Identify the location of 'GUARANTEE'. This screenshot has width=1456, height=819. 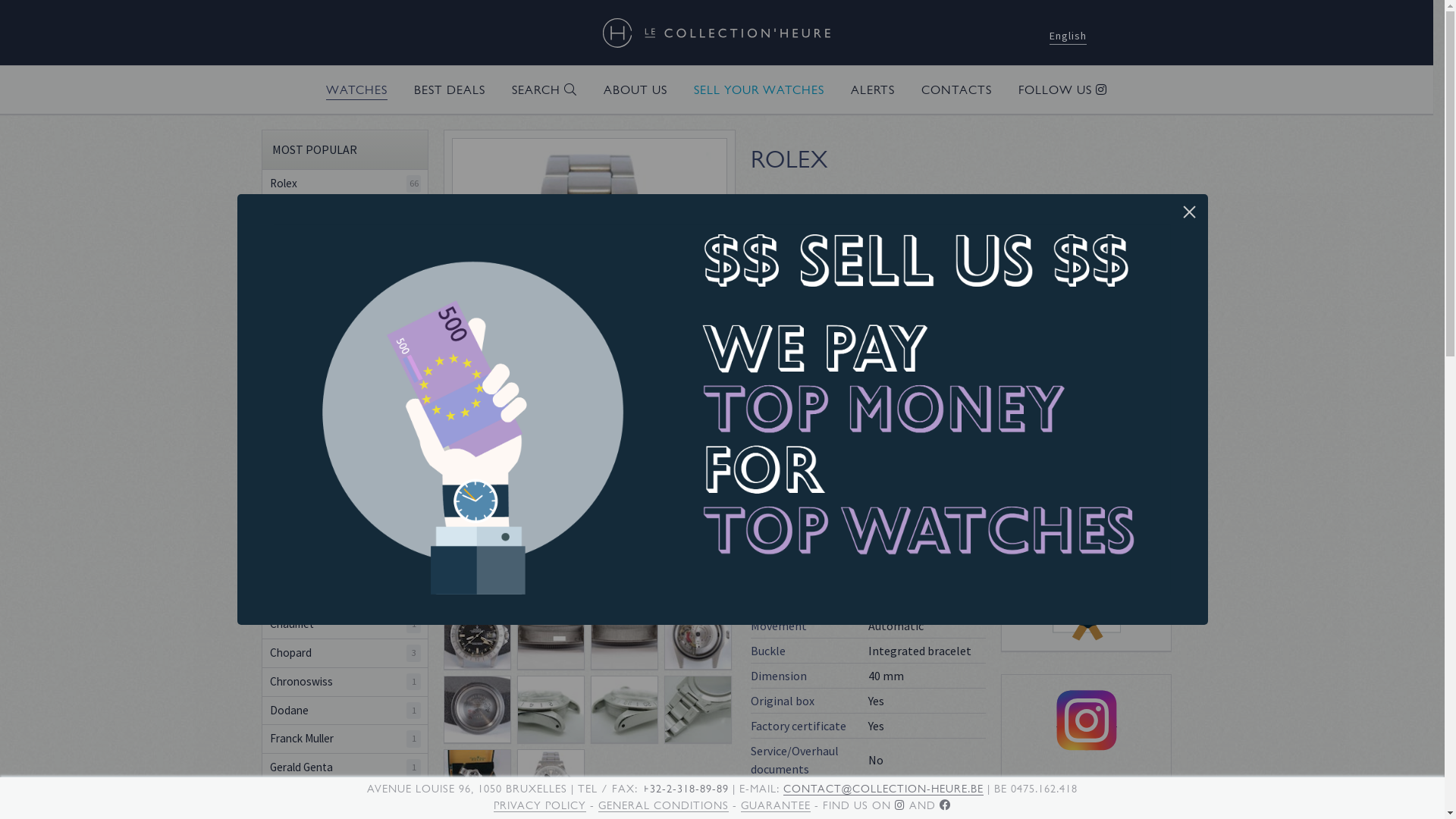
(775, 805).